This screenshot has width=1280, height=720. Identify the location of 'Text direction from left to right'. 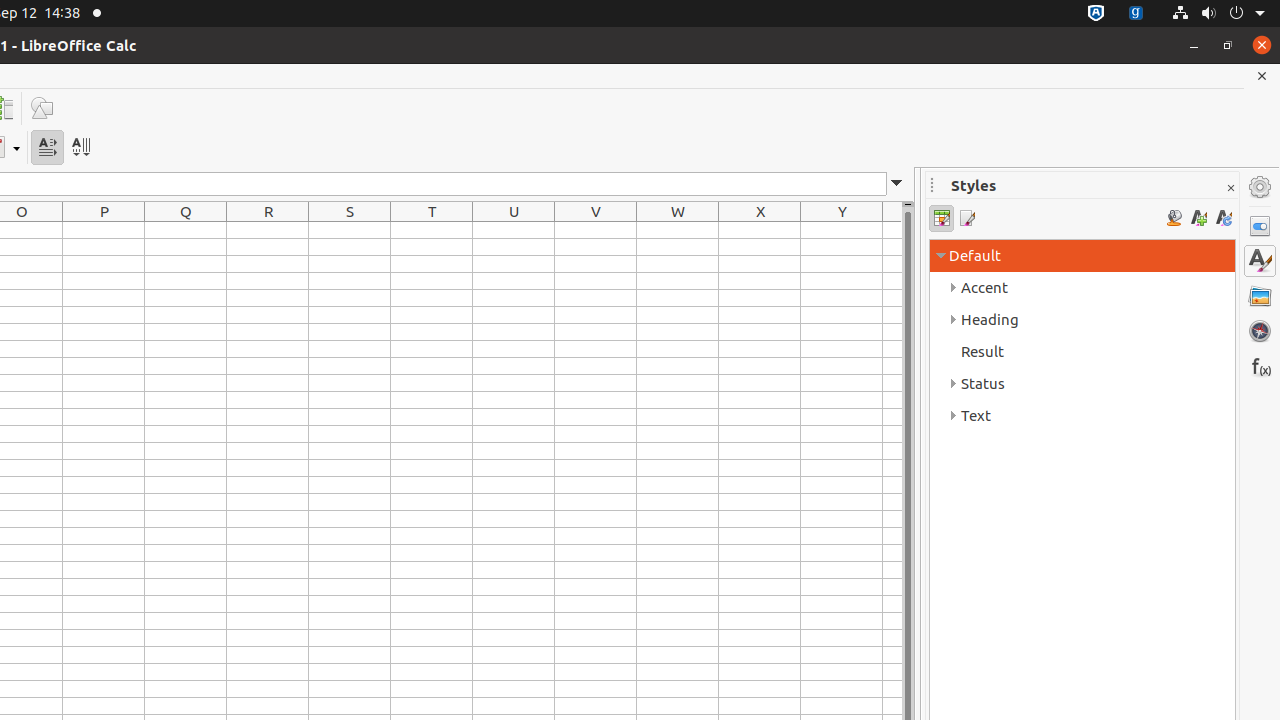
(47, 146).